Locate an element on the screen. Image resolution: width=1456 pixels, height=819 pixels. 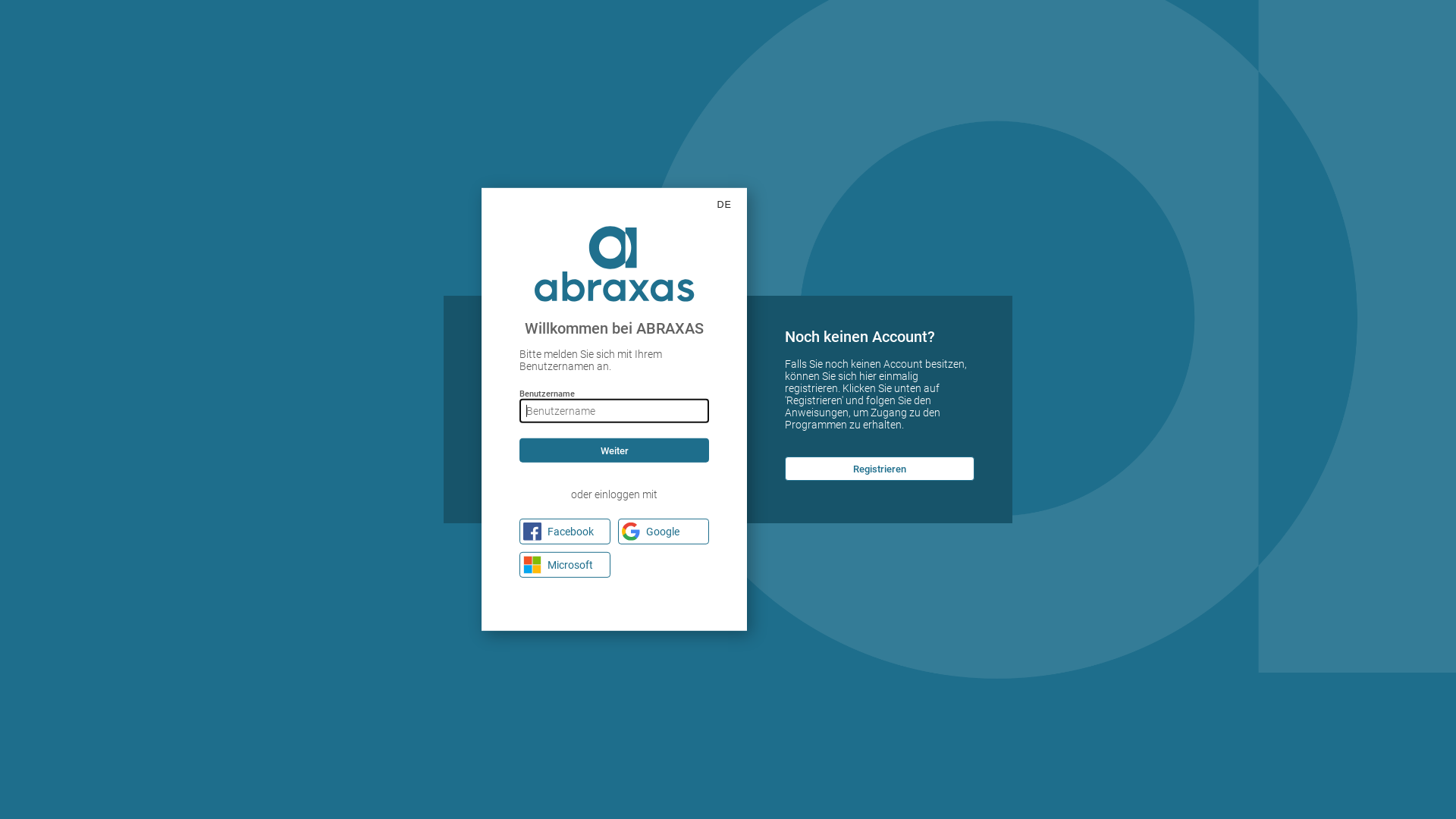
'Google' is located at coordinates (663, 531).